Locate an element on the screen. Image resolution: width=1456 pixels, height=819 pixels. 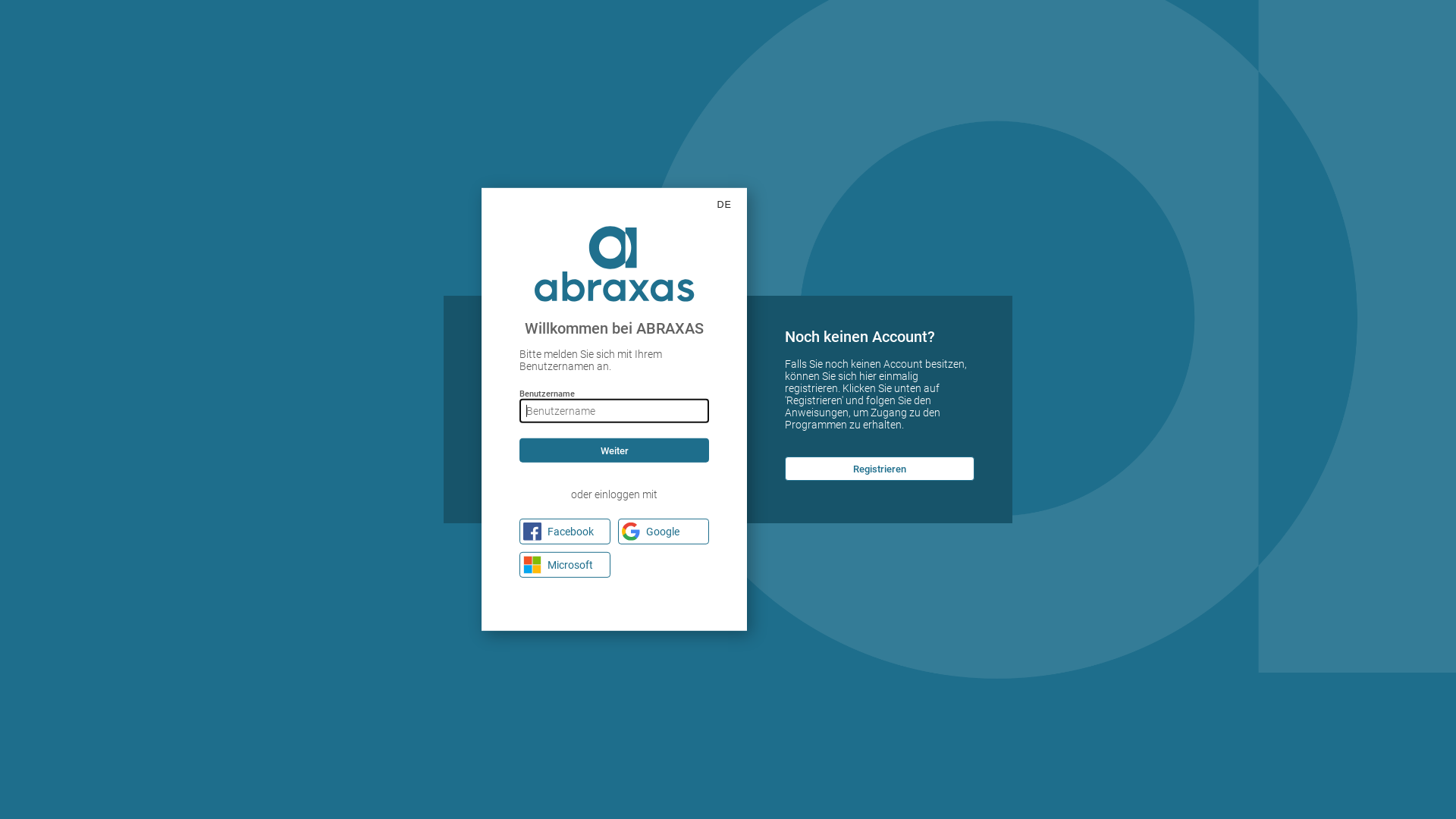
'Google' is located at coordinates (663, 531).